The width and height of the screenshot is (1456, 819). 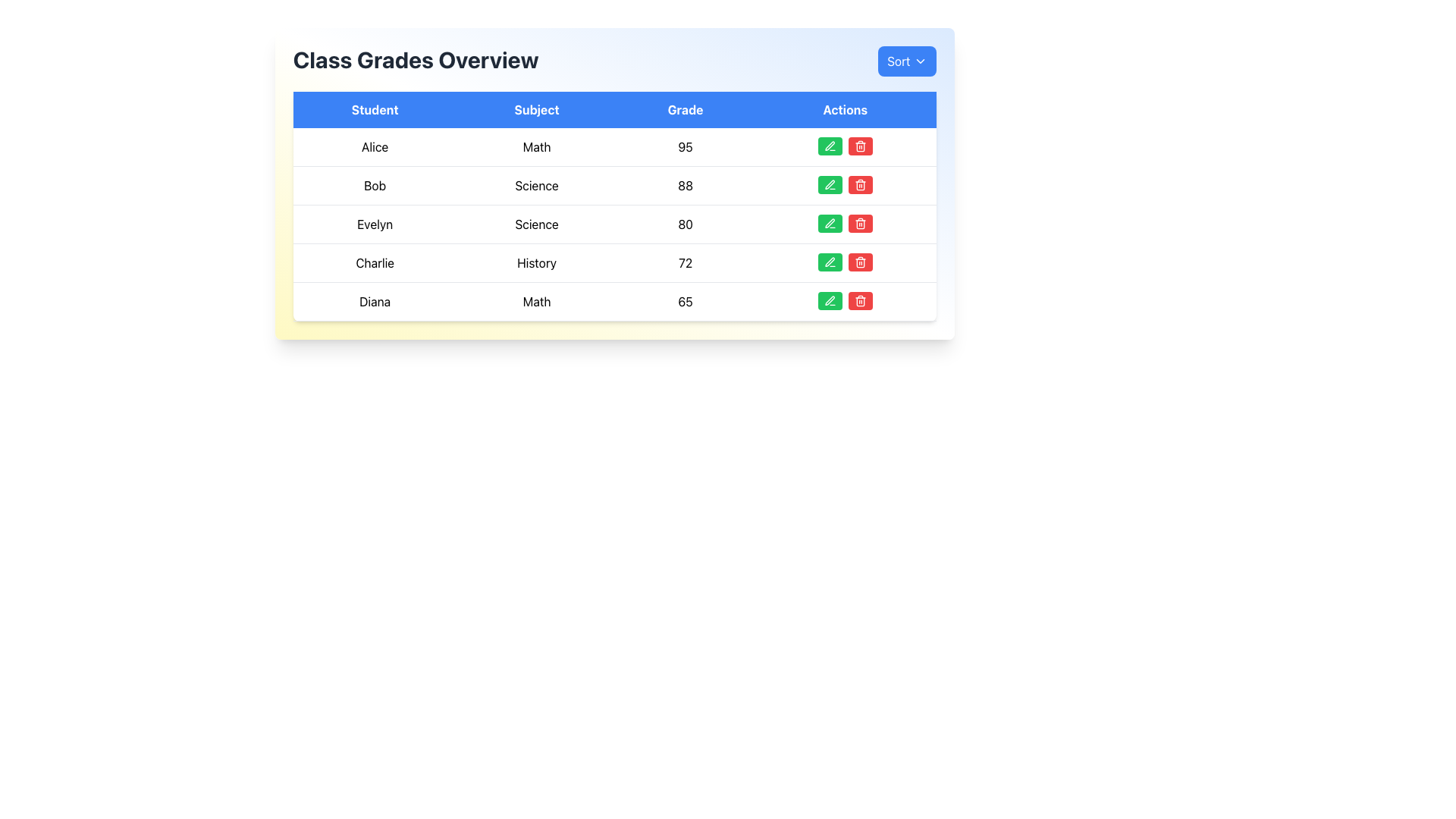 I want to click on the edit button located in the 'Actions' column of Diana's row to initiate edit mode for her Math grade, so click(x=829, y=301).